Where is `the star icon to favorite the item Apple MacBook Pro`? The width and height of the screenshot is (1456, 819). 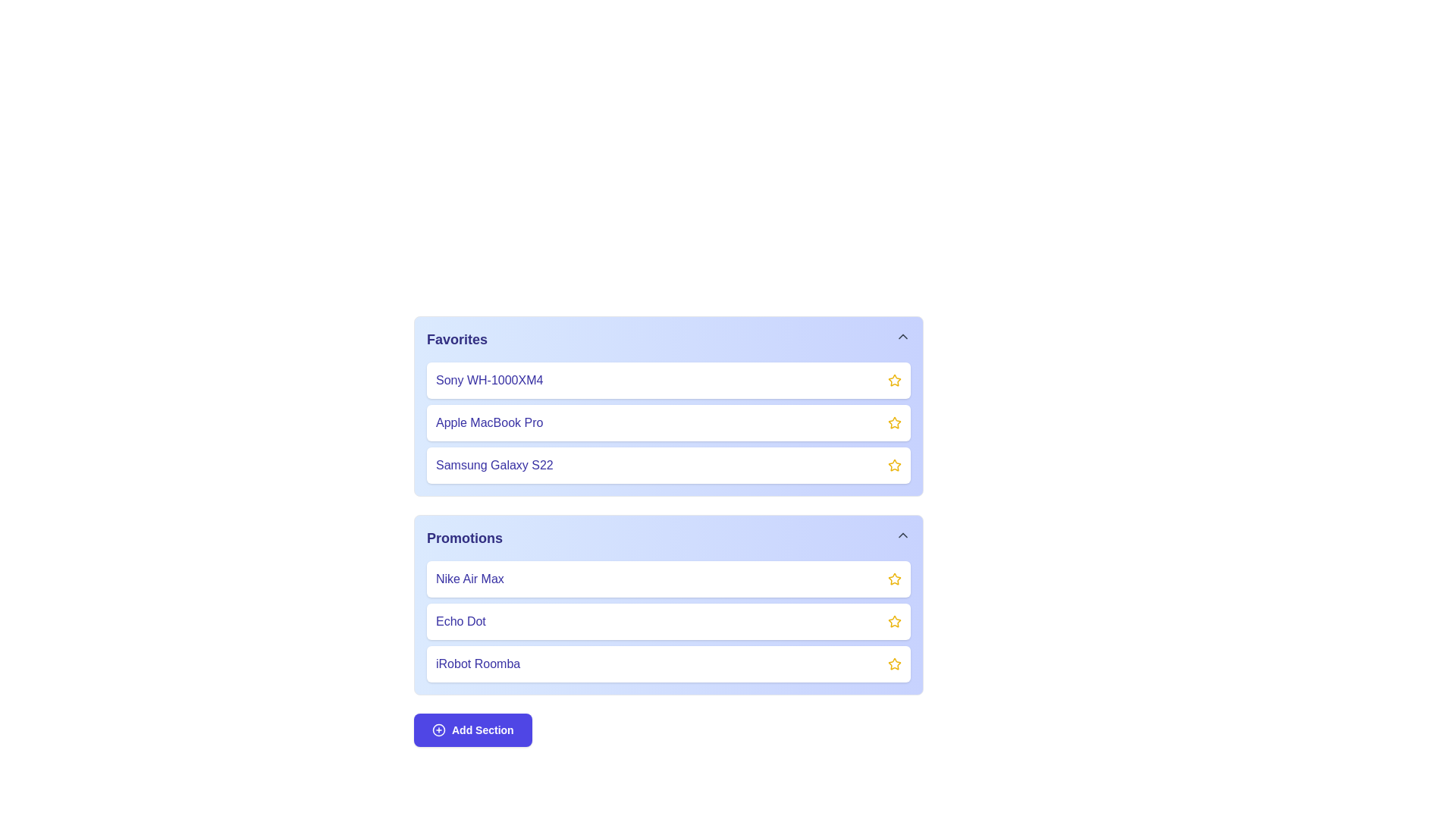 the star icon to favorite the item Apple MacBook Pro is located at coordinates (895, 423).